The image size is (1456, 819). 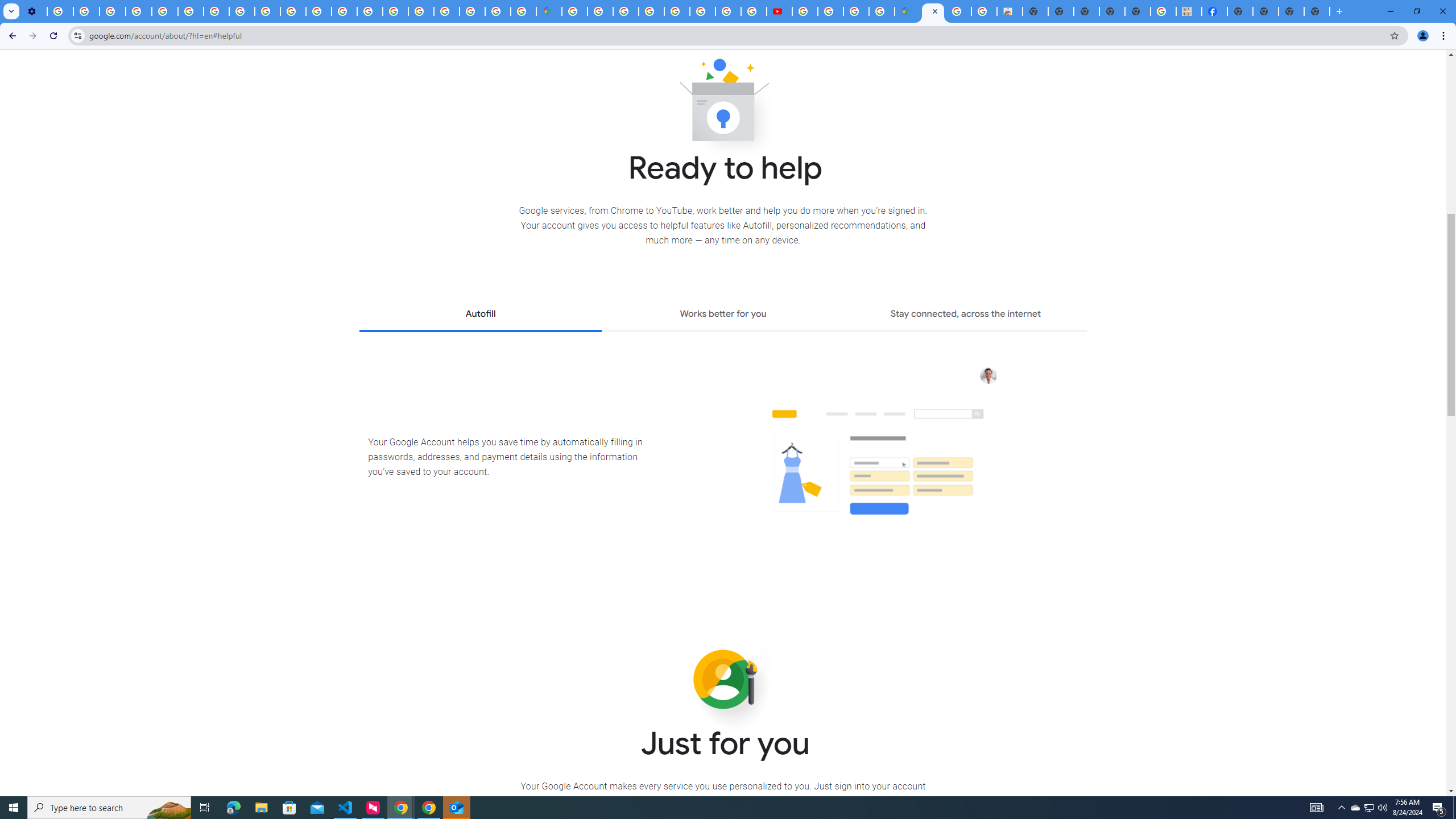 I want to click on 'Sign in - Google Accounts', so click(x=600, y=11).